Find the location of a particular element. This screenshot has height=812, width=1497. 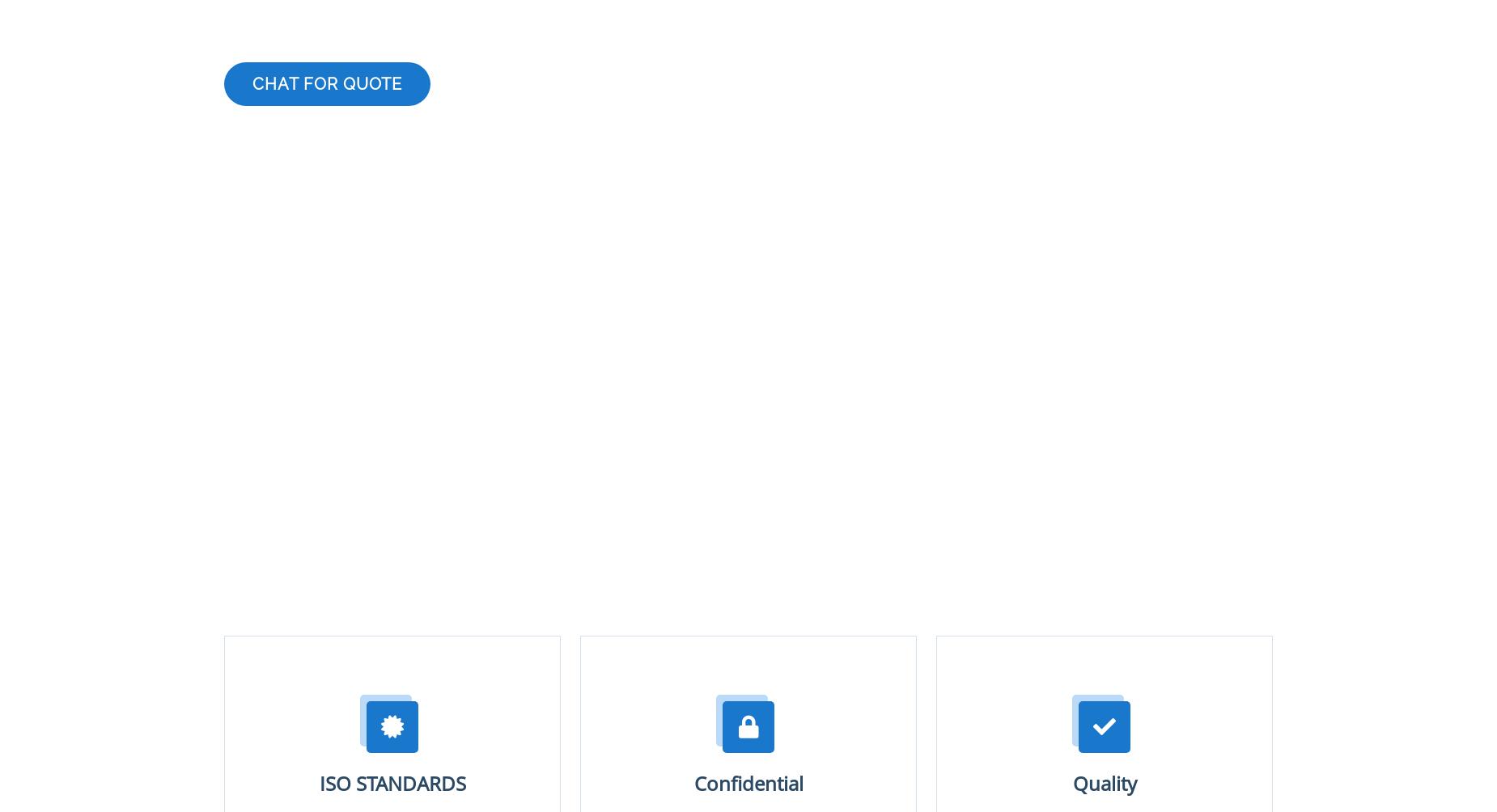

': +44-80-8238-0078' is located at coordinates (753, 593).